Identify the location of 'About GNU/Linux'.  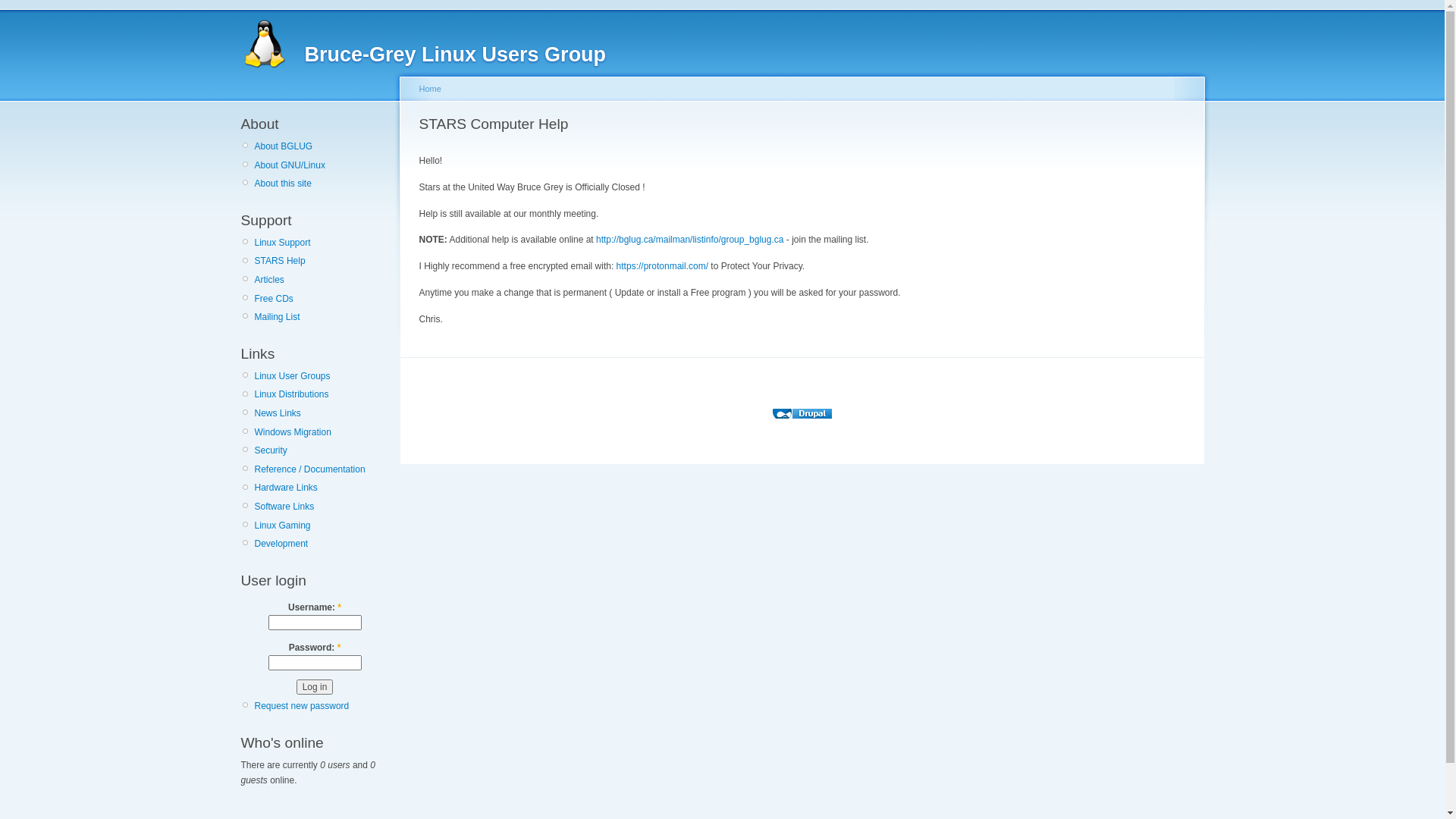
(321, 165).